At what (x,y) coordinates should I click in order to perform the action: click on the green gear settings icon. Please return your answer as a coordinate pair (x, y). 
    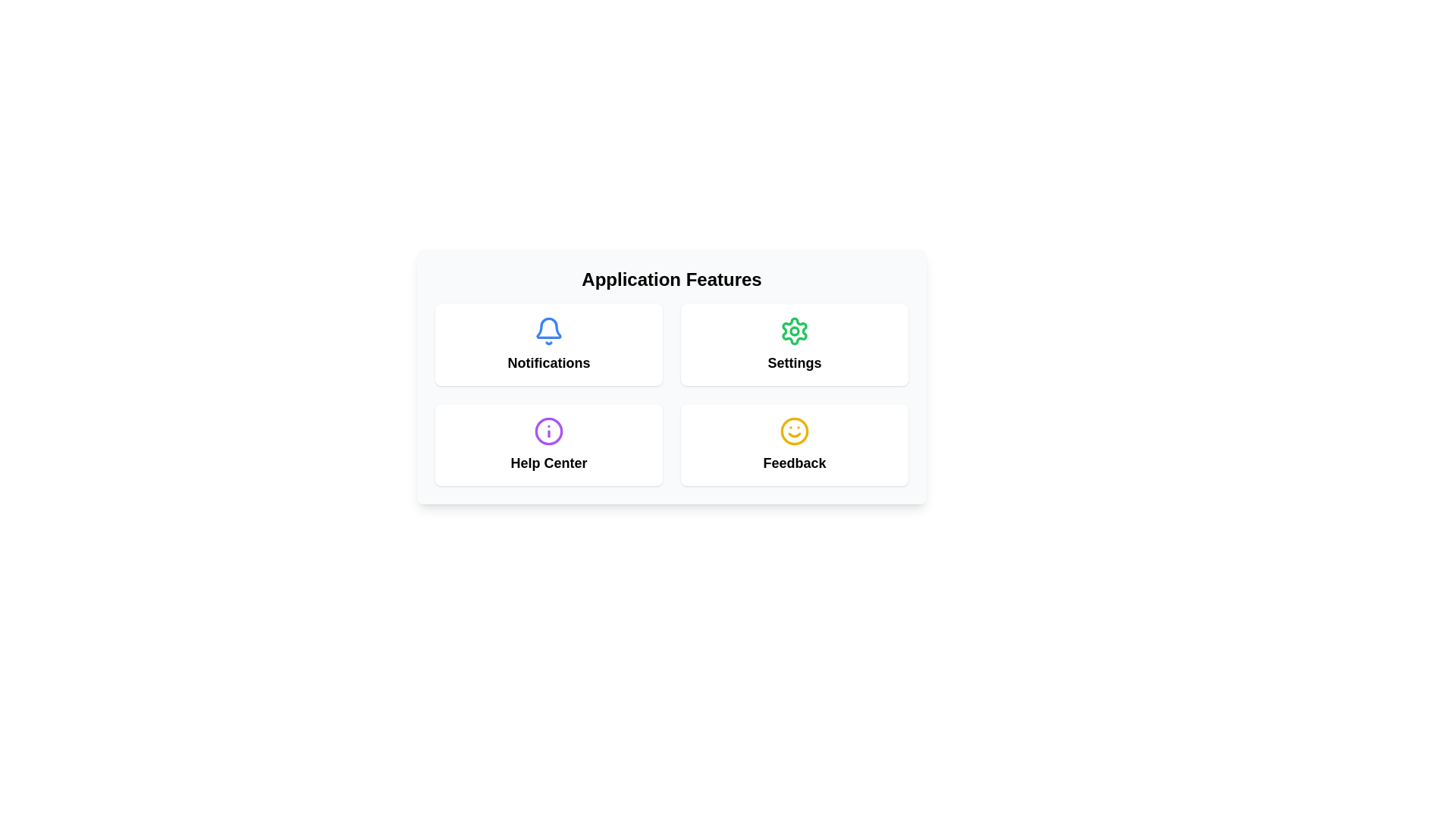
    Looking at the image, I should click on (793, 330).